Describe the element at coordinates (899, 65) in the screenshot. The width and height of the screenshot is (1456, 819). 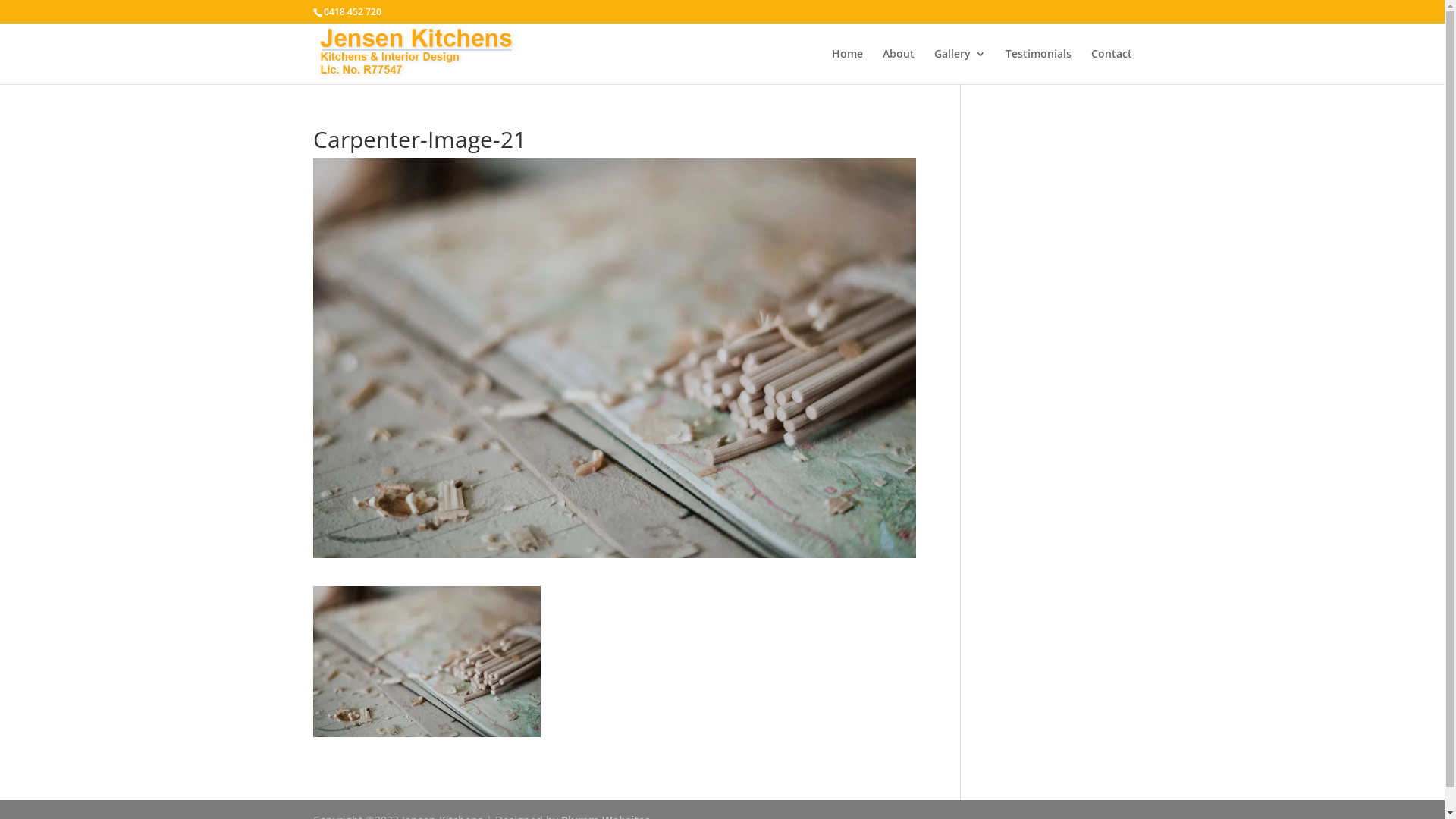
I see `'About'` at that location.